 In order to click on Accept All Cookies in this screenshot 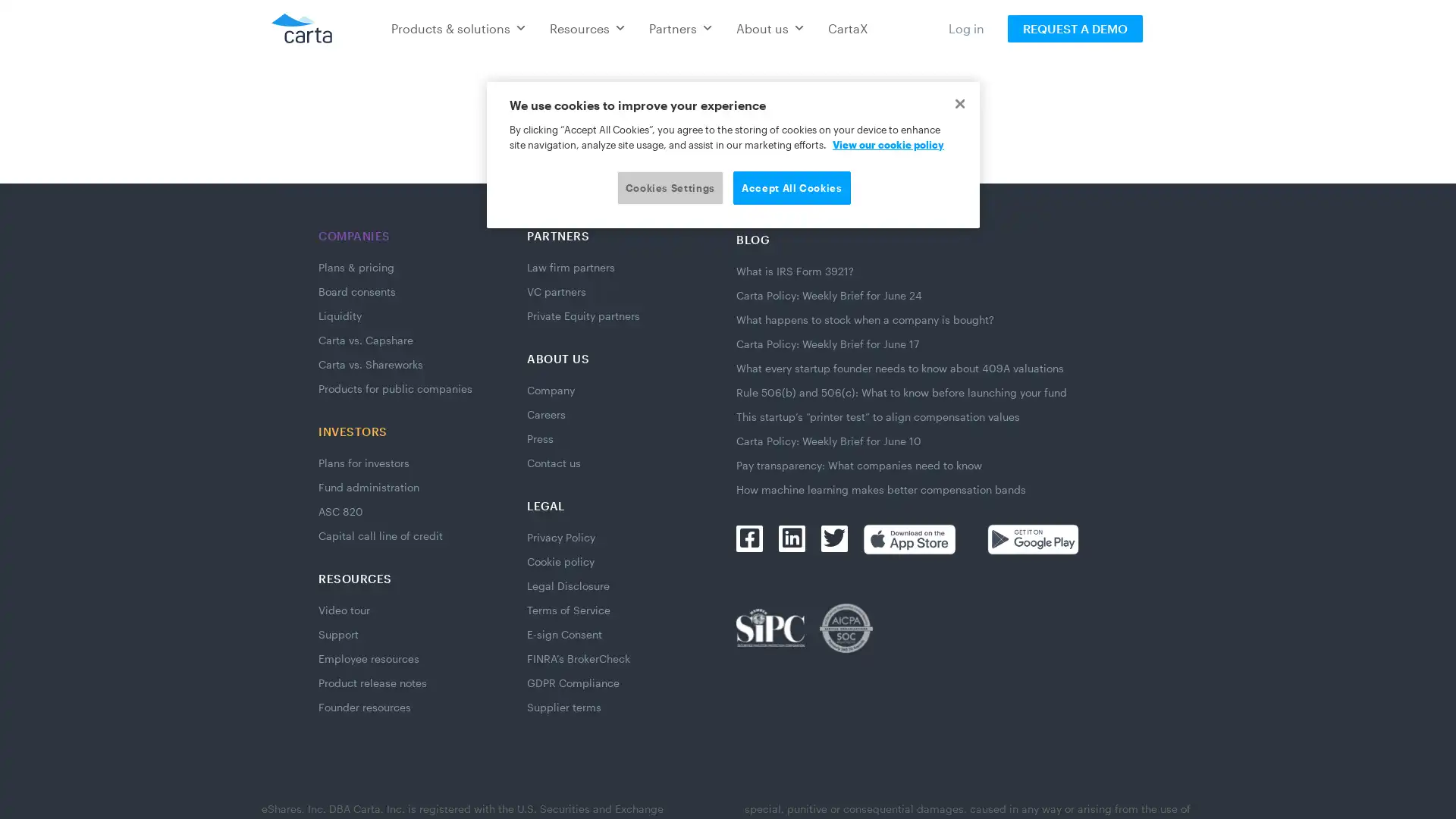, I will do `click(790, 187)`.